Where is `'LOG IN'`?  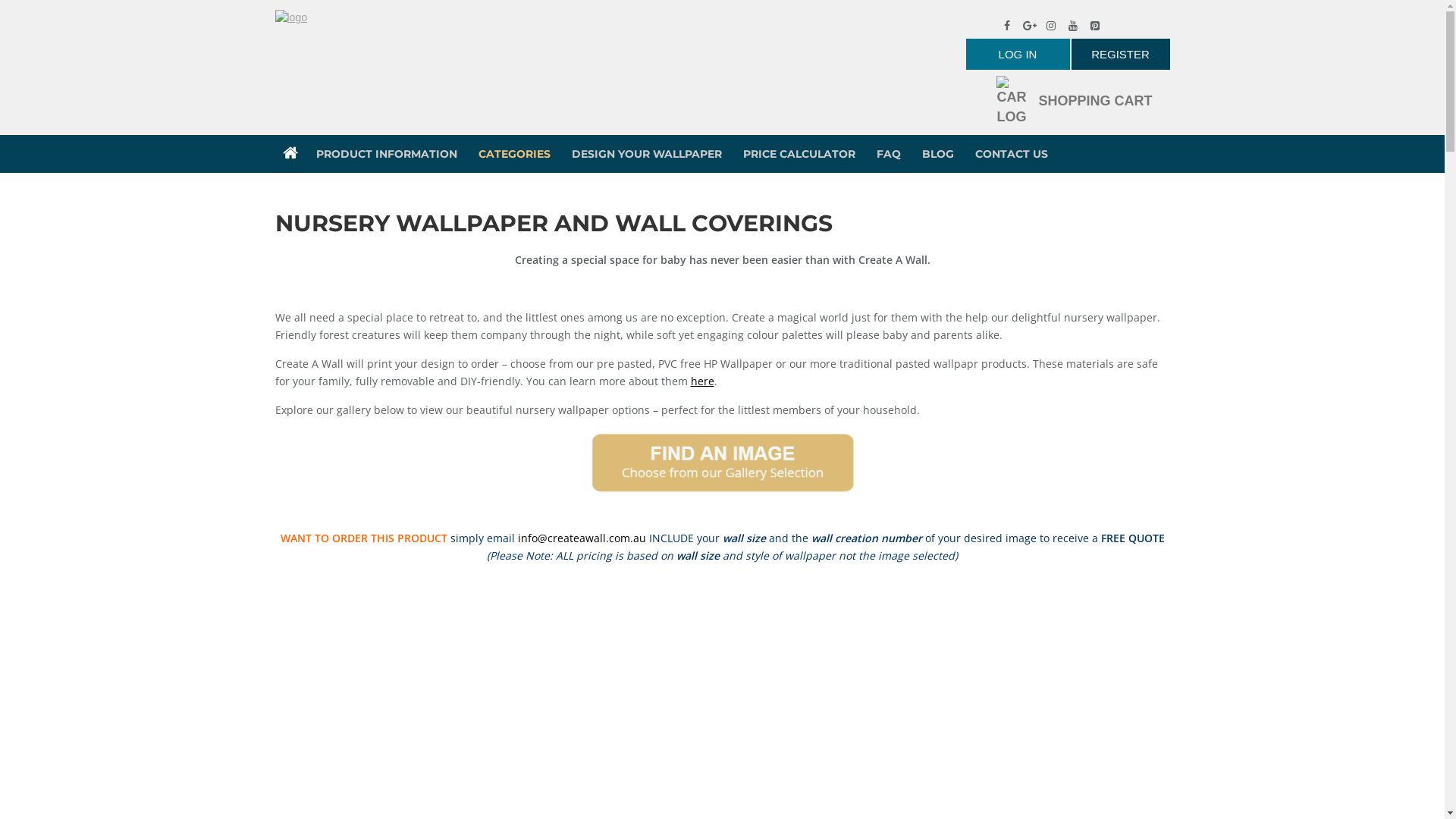 'LOG IN' is located at coordinates (1018, 53).